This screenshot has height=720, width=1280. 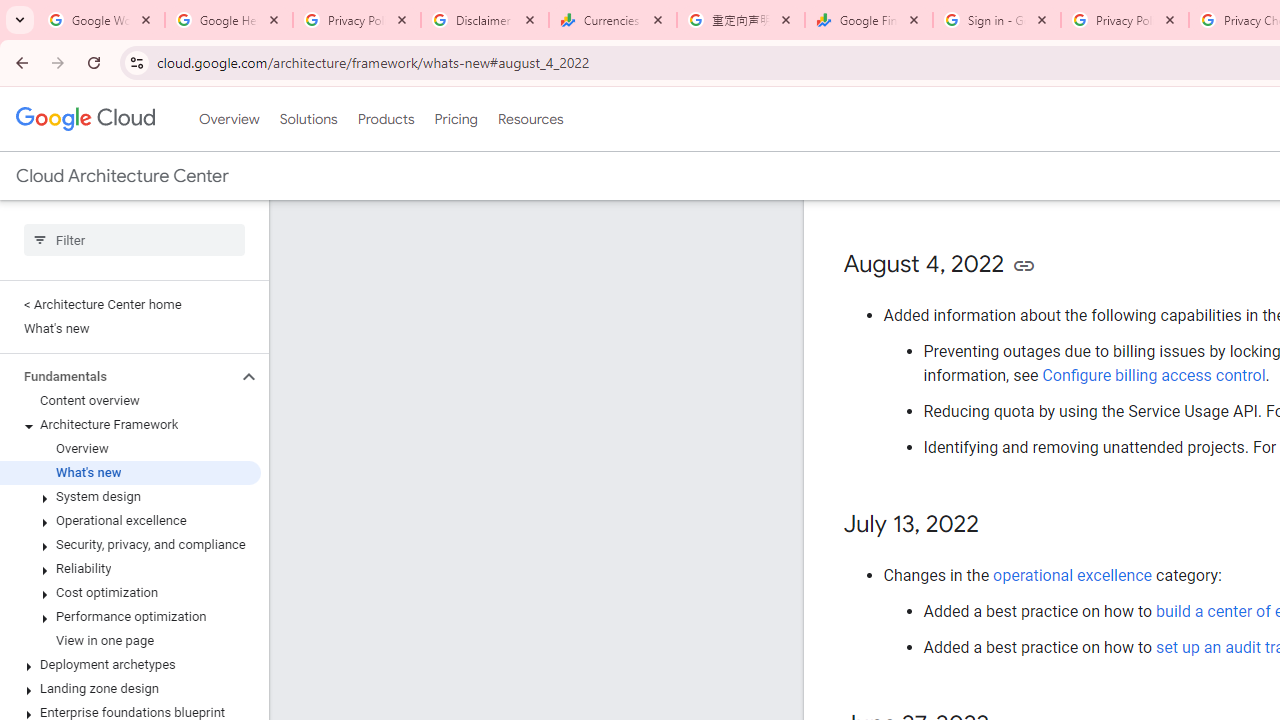 What do you see at coordinates (129, 424) in the screenshot?
I see `'Architecture Framework'` at bounding box center [129, 424].